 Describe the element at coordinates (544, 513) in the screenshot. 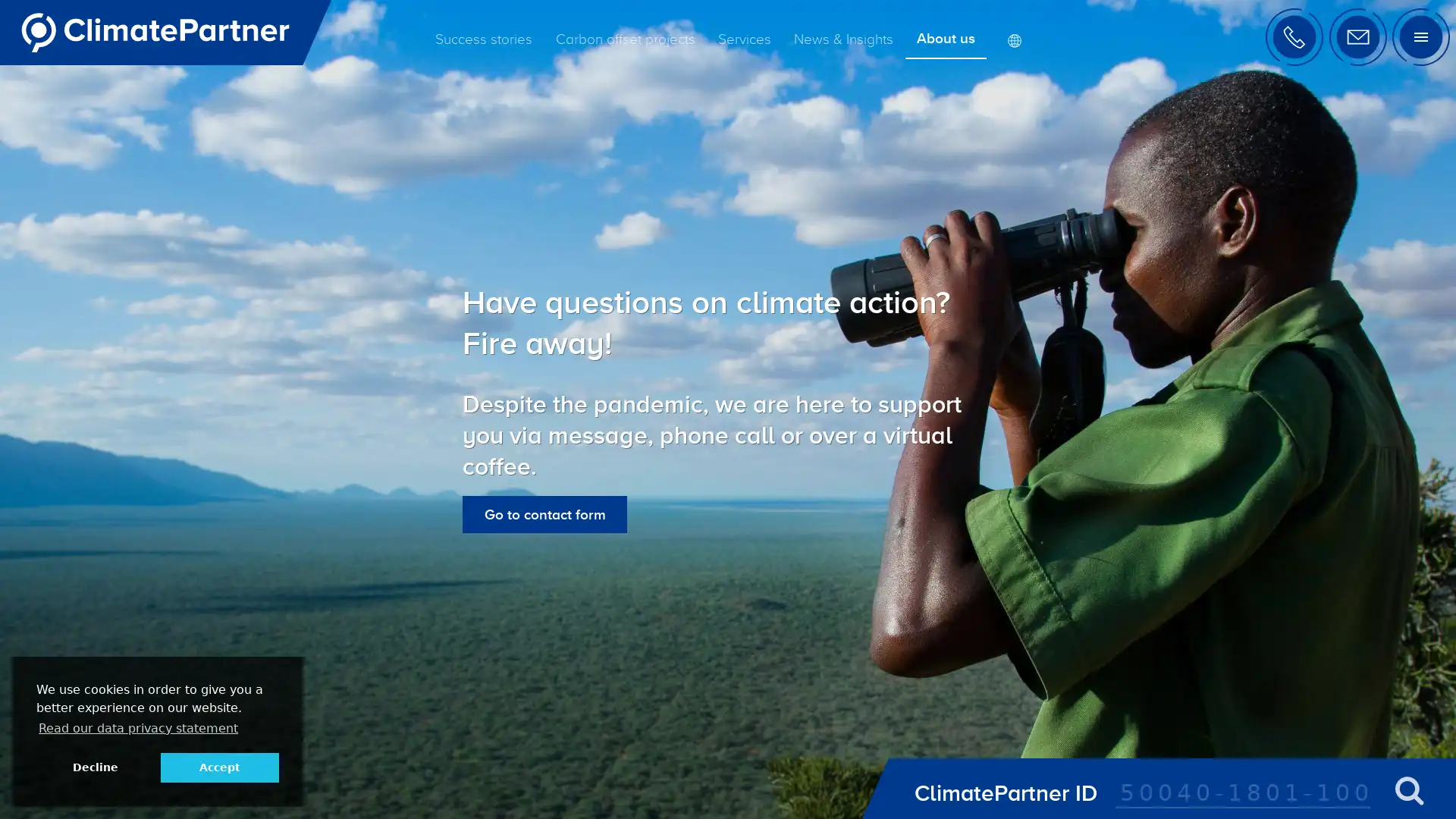

I see `Go to contact form` at that location.